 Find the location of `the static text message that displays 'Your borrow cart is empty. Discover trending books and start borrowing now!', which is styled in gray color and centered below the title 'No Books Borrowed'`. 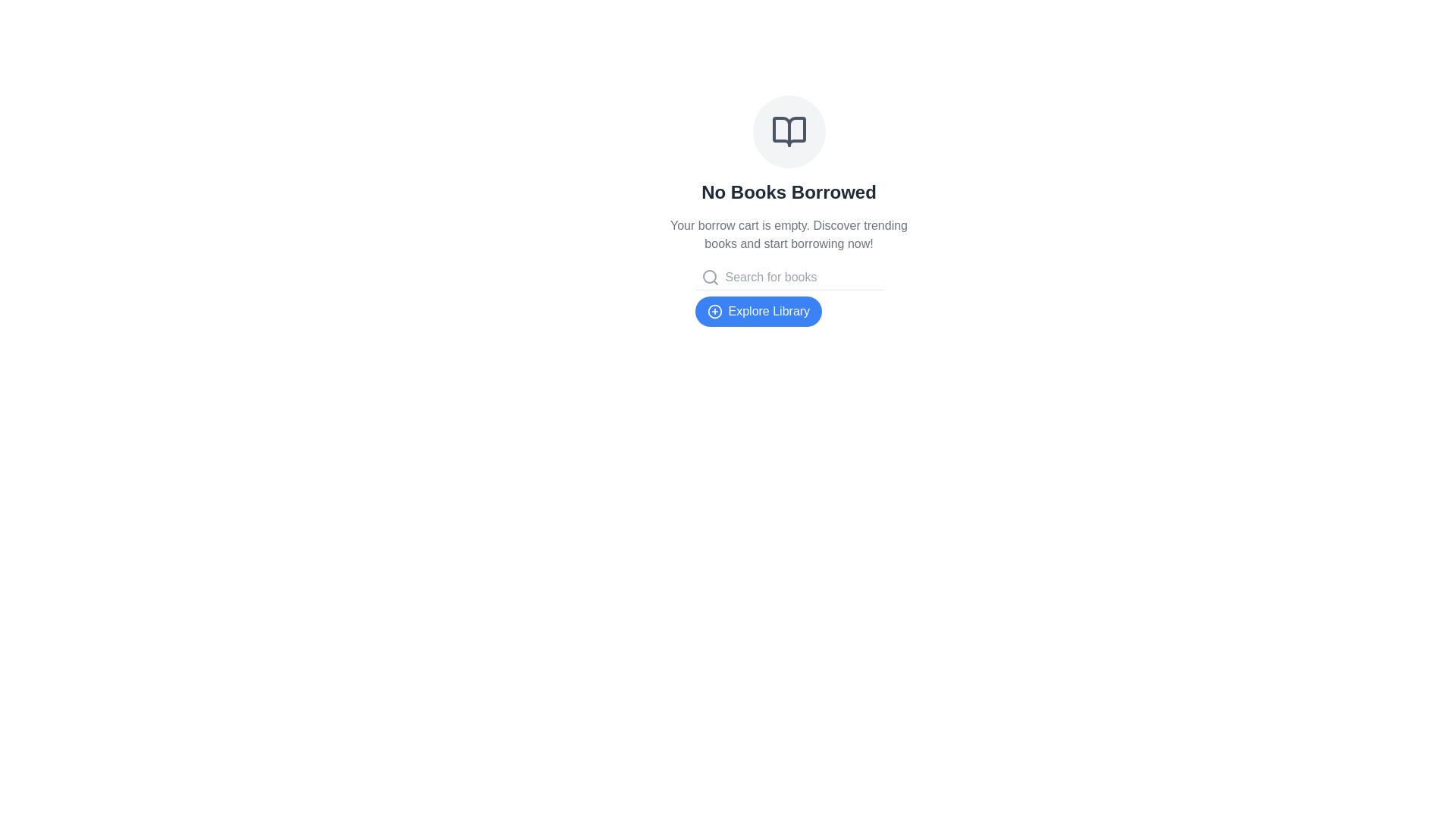

the static text message that displays 'Your borrow cart is empty. Discover trending books and start borrowing now!', which is styled in gray color and centered below the title 'No Books Borrowed' is located at coordinates (789, 234).